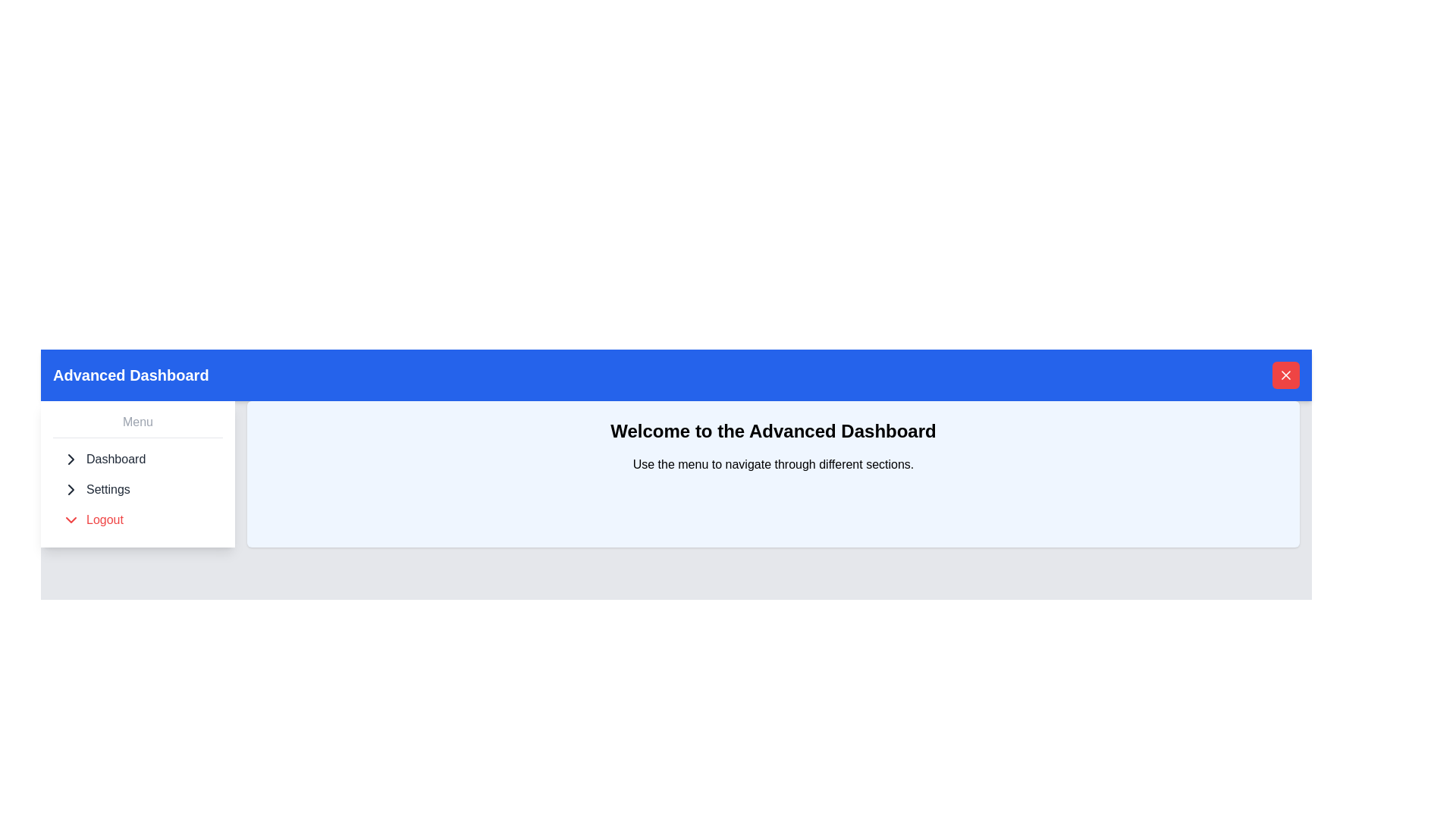 The image size is (1456, 819). Describe the element at coordinates (1285, 375) in the screenshot. I see `close icon located in the top-right corner of the blue header bar, which is inside a small red square, by hovering over it` at that location.